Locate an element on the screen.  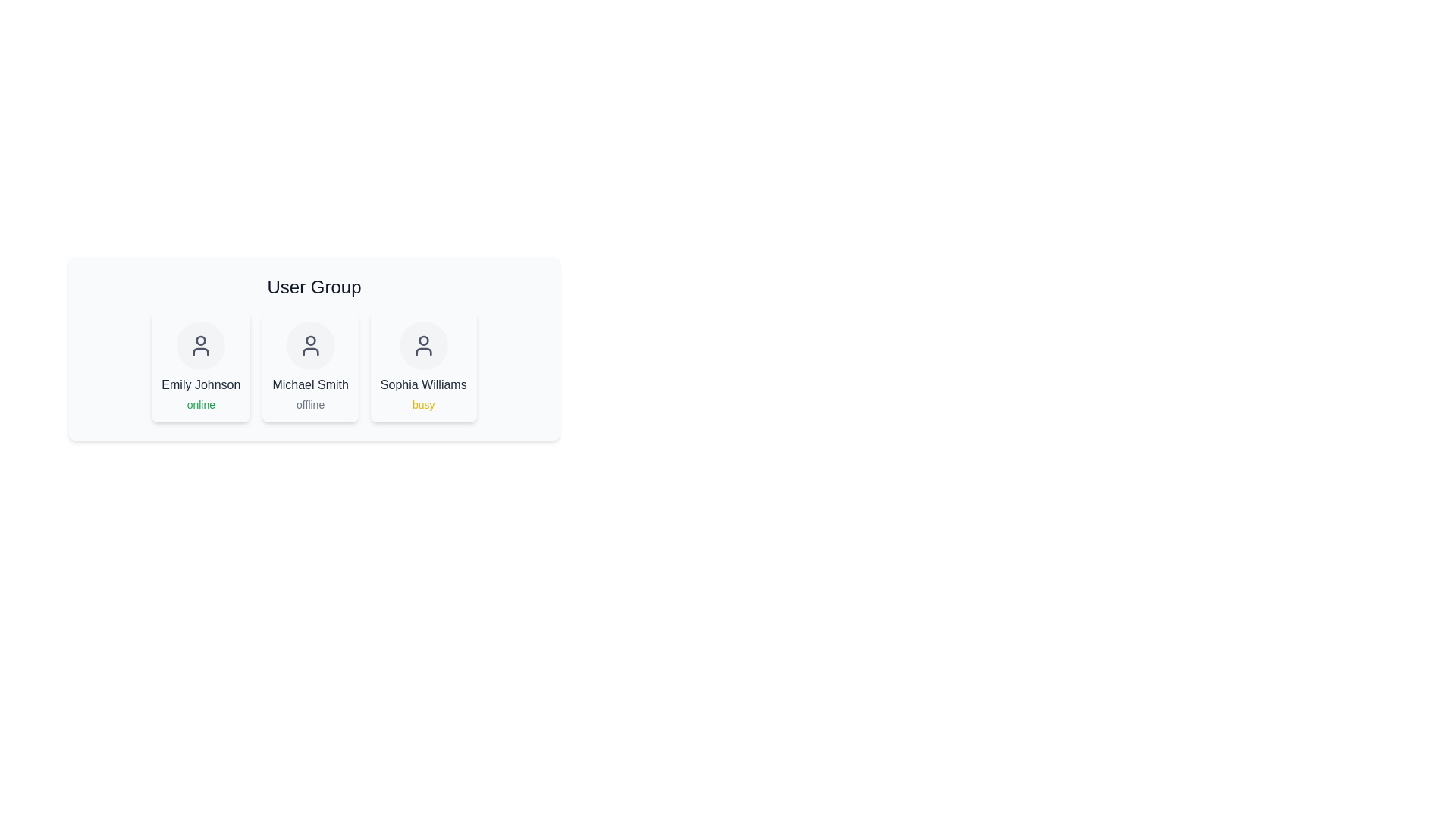
the 'online' status label displayed in green below the name 'Emily Johnson' in the profile section is located at coordinates (200, 403).